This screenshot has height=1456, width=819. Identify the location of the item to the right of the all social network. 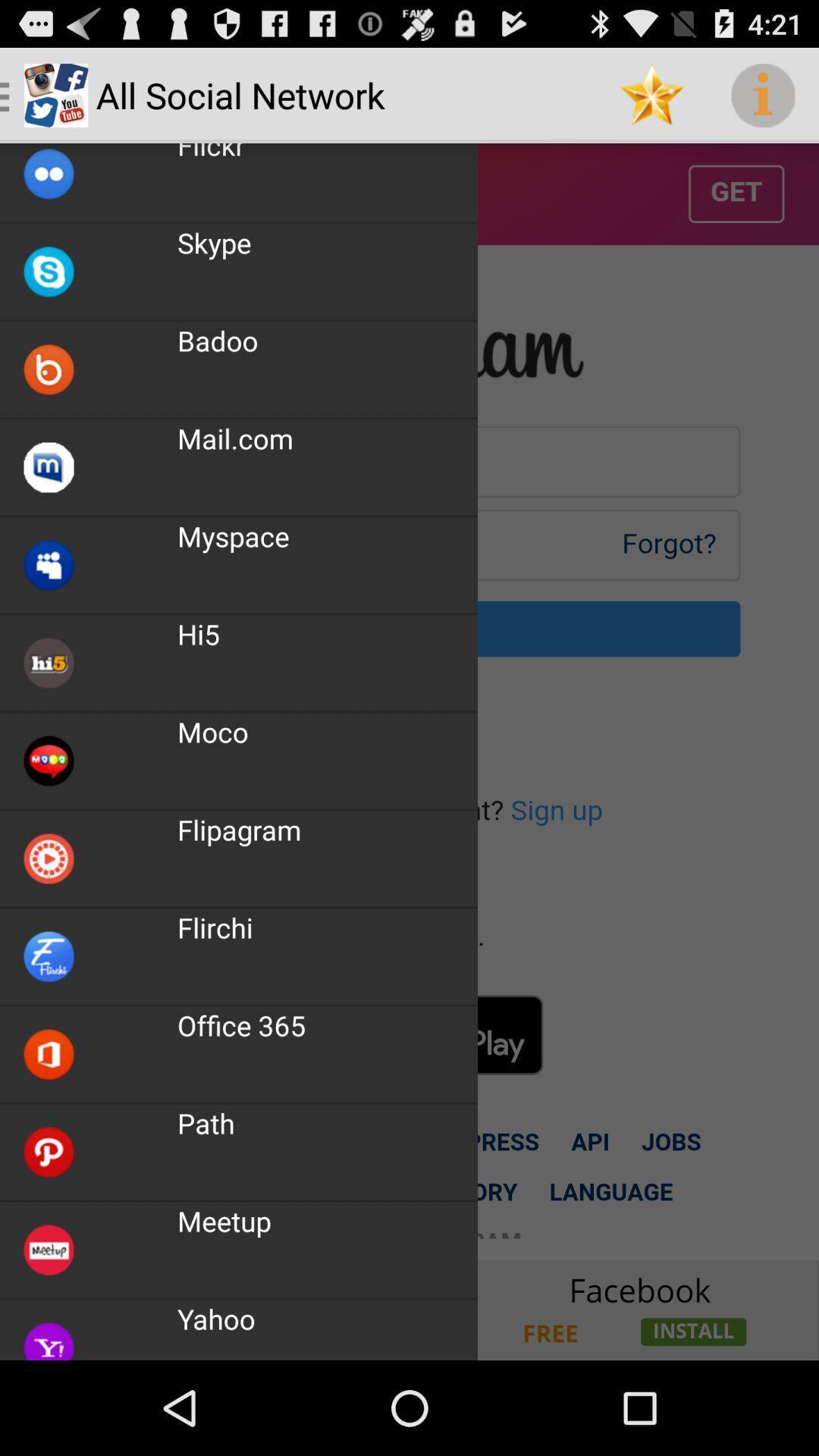
(651, 94).